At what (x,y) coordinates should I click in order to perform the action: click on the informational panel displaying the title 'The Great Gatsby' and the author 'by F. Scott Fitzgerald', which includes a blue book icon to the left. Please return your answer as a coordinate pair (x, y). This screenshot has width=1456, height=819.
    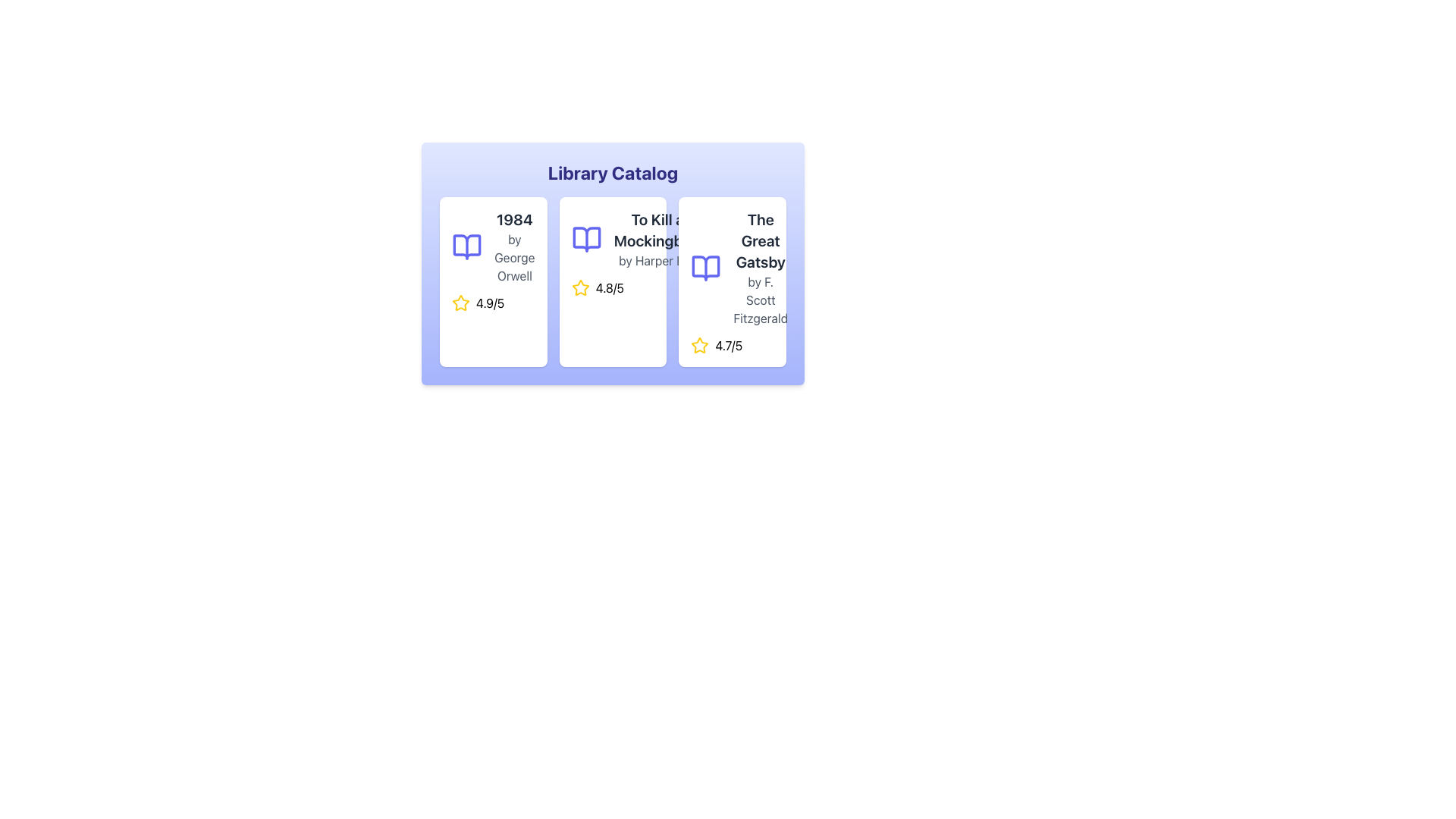
    Looking at the image, I should click on (733, 268).